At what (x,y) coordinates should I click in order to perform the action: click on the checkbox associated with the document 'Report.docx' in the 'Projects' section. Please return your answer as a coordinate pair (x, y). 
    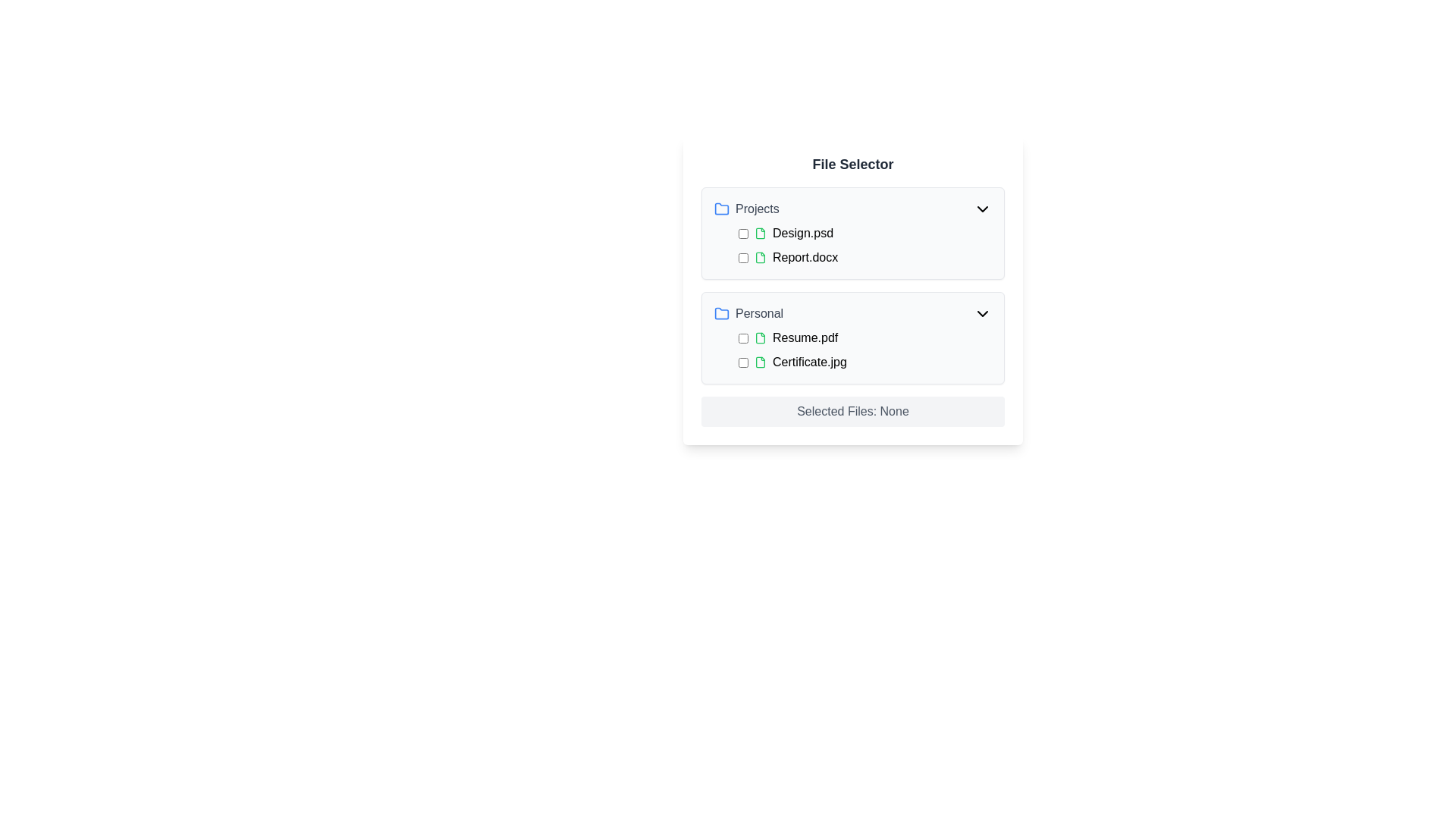
    Looking at the image, I should click on (743, 256).